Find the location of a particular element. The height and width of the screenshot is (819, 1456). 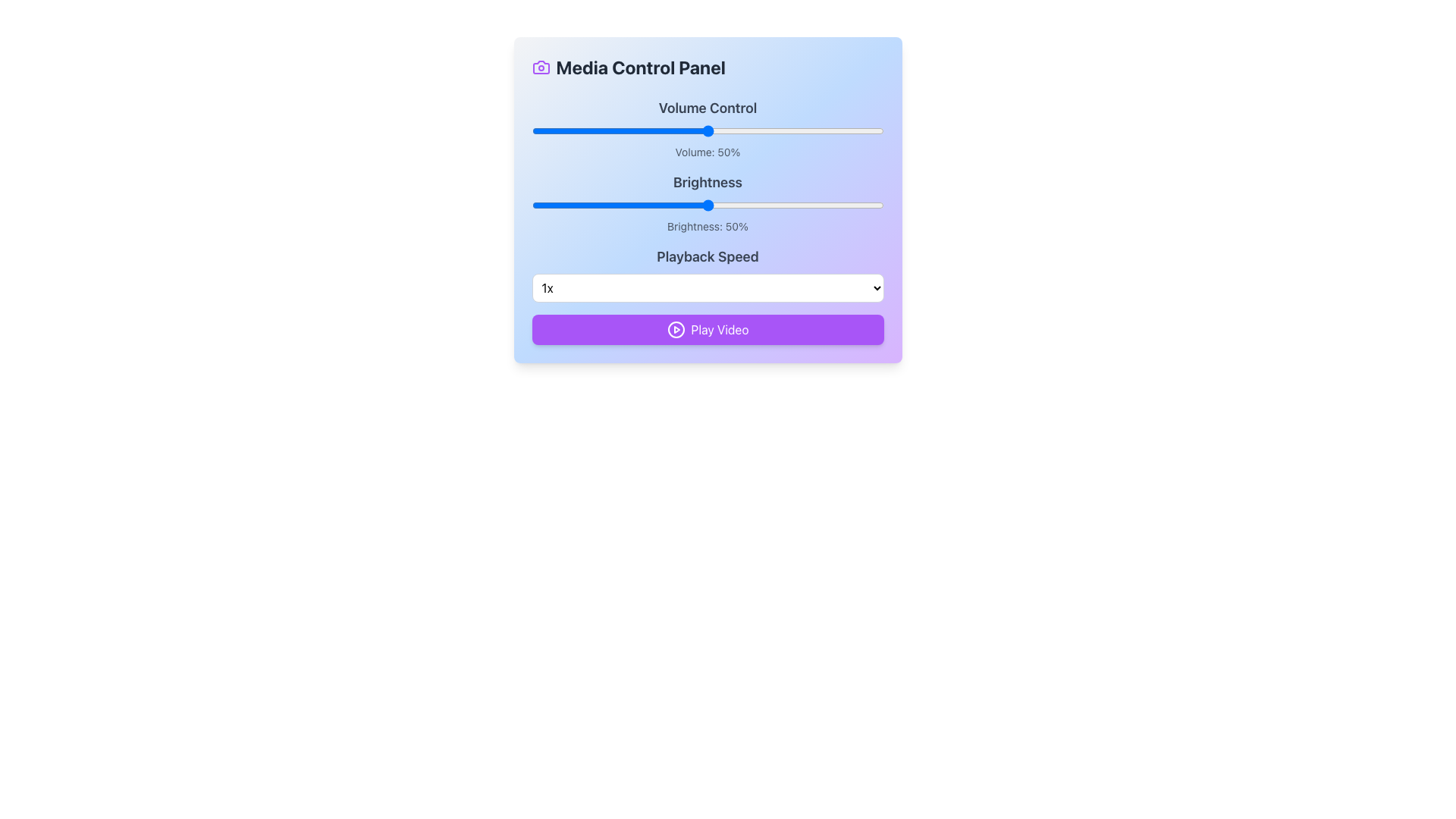

brightness is located at coordinates (662, 205).